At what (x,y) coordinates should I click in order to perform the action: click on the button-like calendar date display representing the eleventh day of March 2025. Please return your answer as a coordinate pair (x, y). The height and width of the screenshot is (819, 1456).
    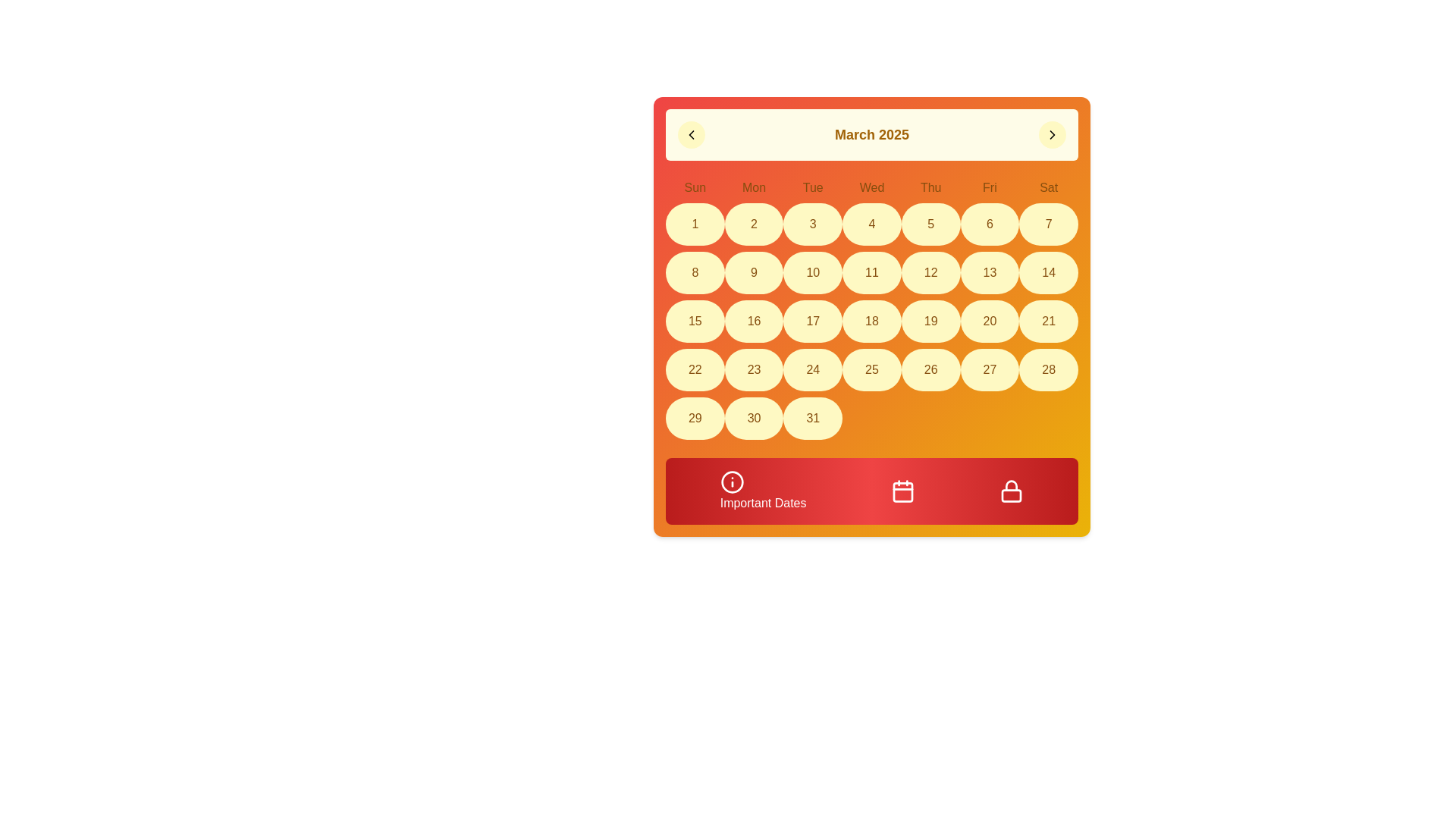
    Looking at the image, I should click on (872, 271).